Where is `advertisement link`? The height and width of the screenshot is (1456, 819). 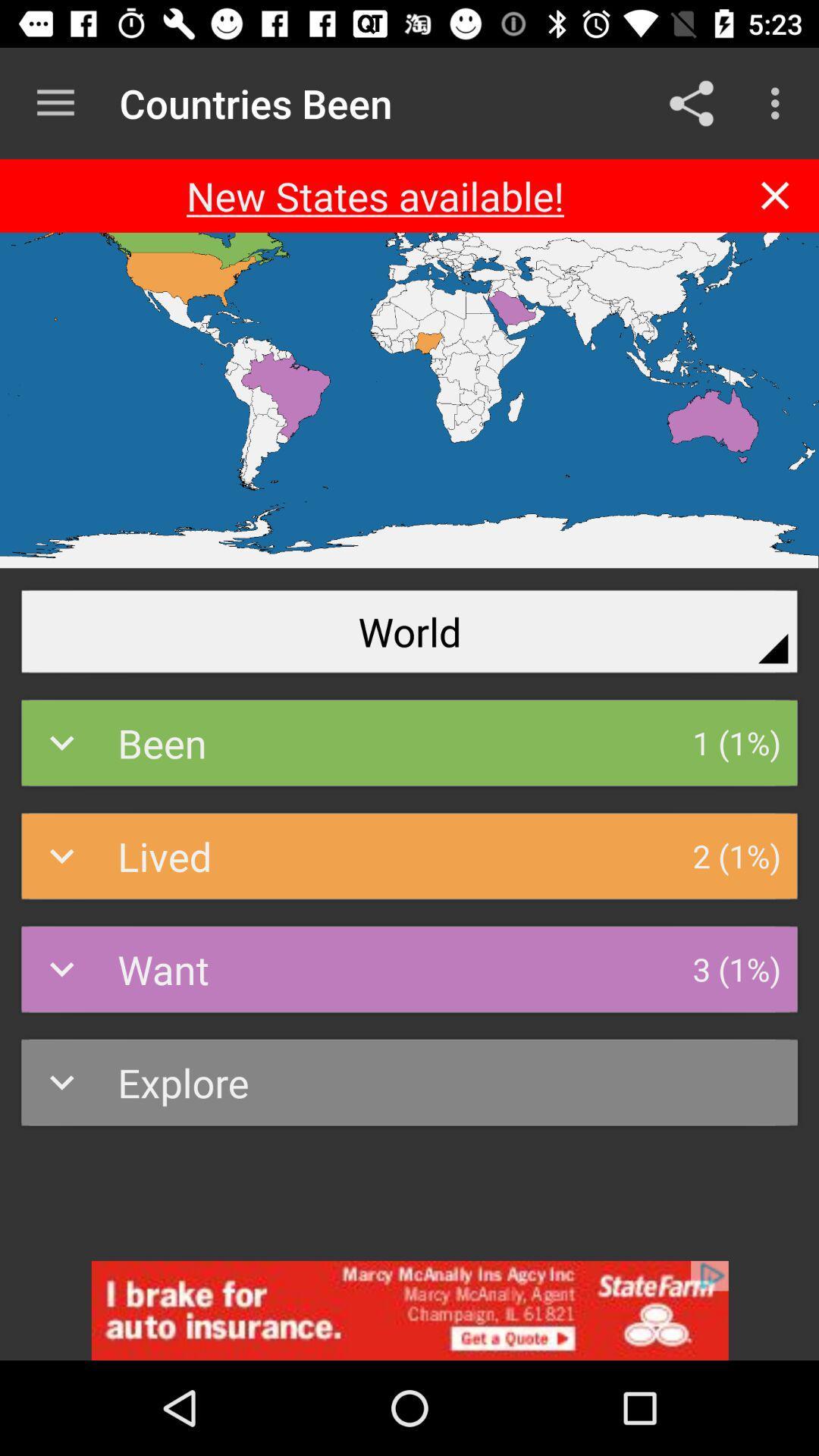
advertisement link is located at coordinates (409, 1310).